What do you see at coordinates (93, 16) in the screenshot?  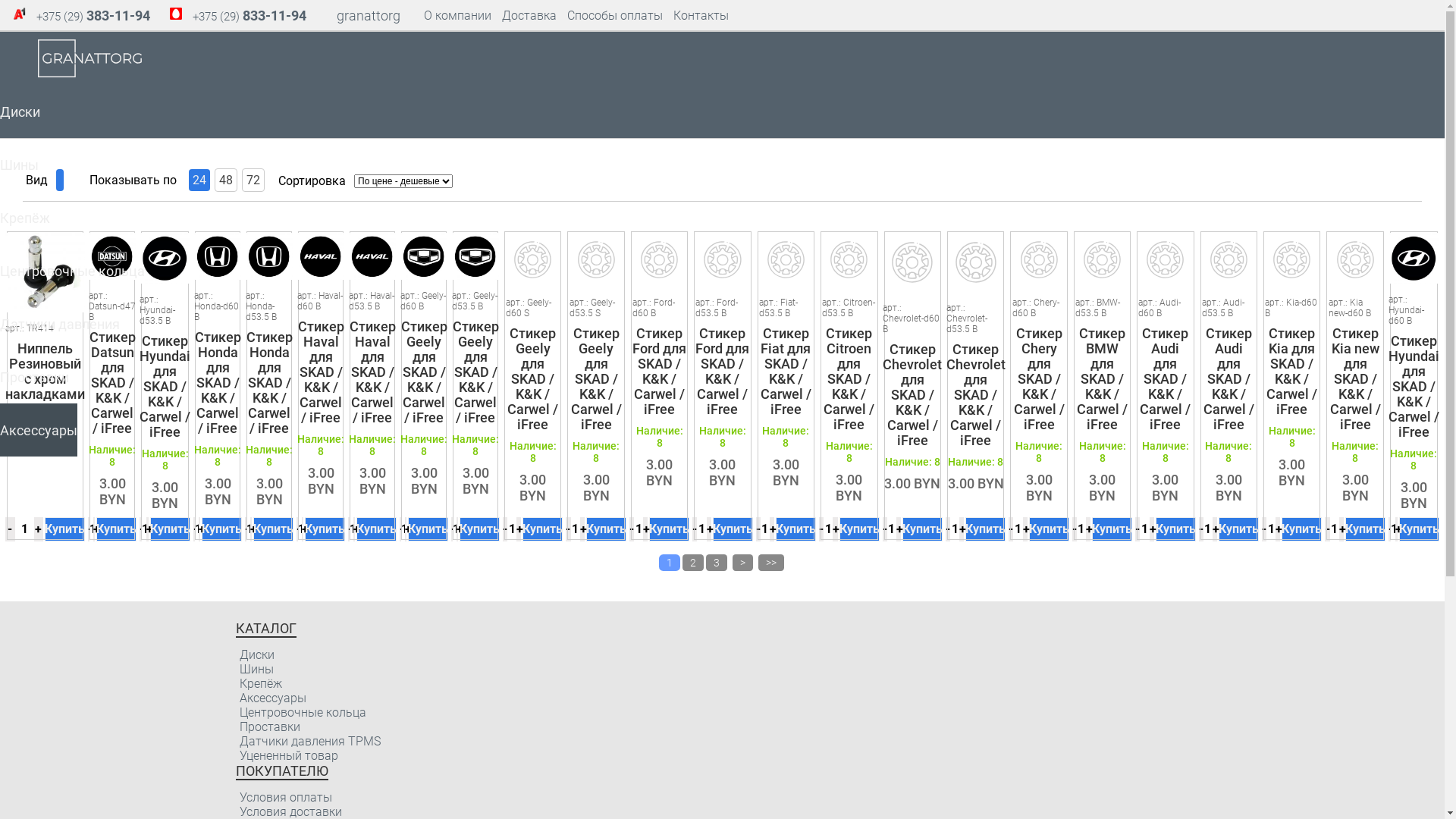 I see `'+375 (29) 383-11-94'` at bounding box center [93, 16].